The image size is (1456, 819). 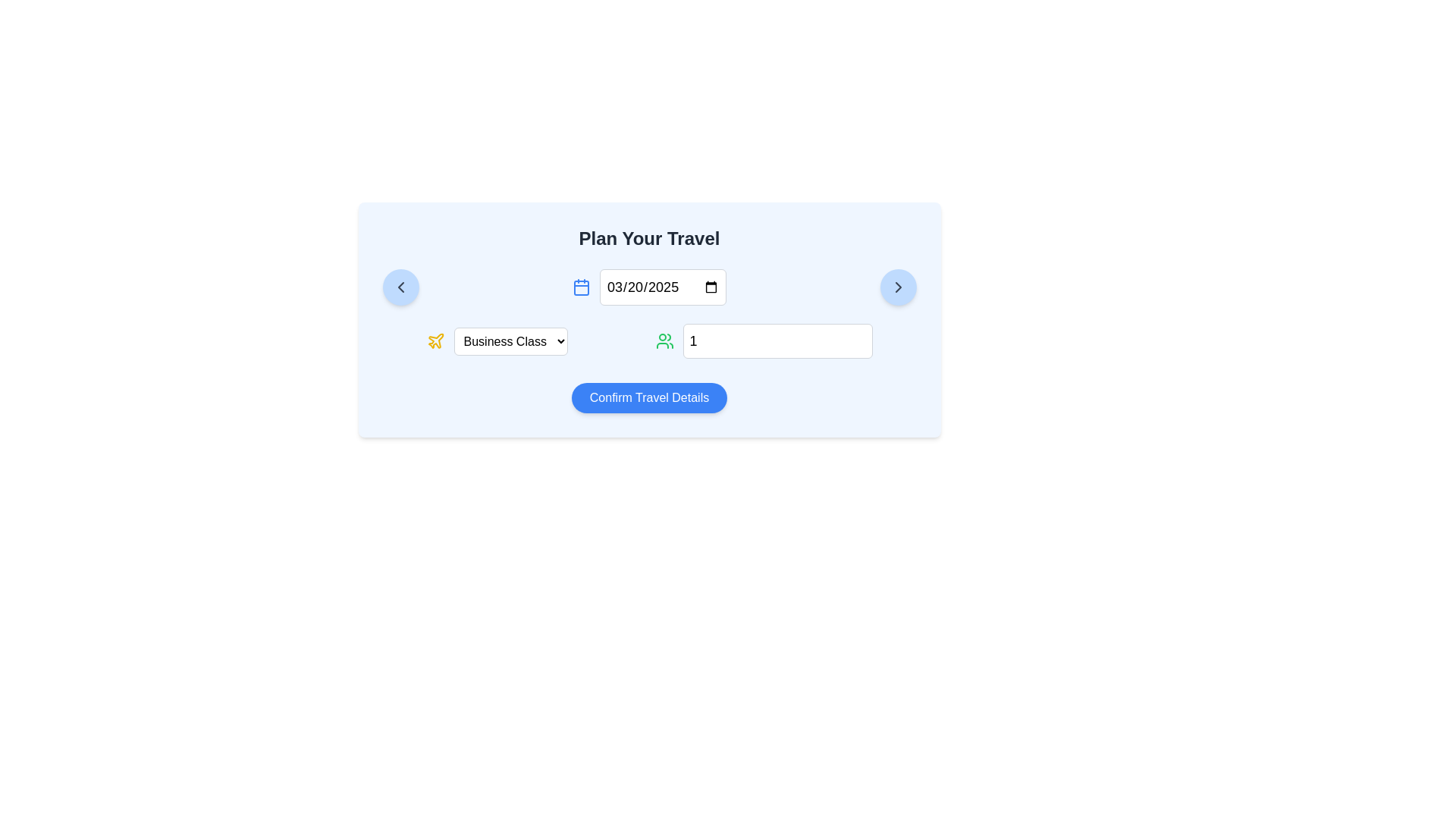 I want to click on the first calendar icon located to the left of the date input field, so click(x=581, y=287).